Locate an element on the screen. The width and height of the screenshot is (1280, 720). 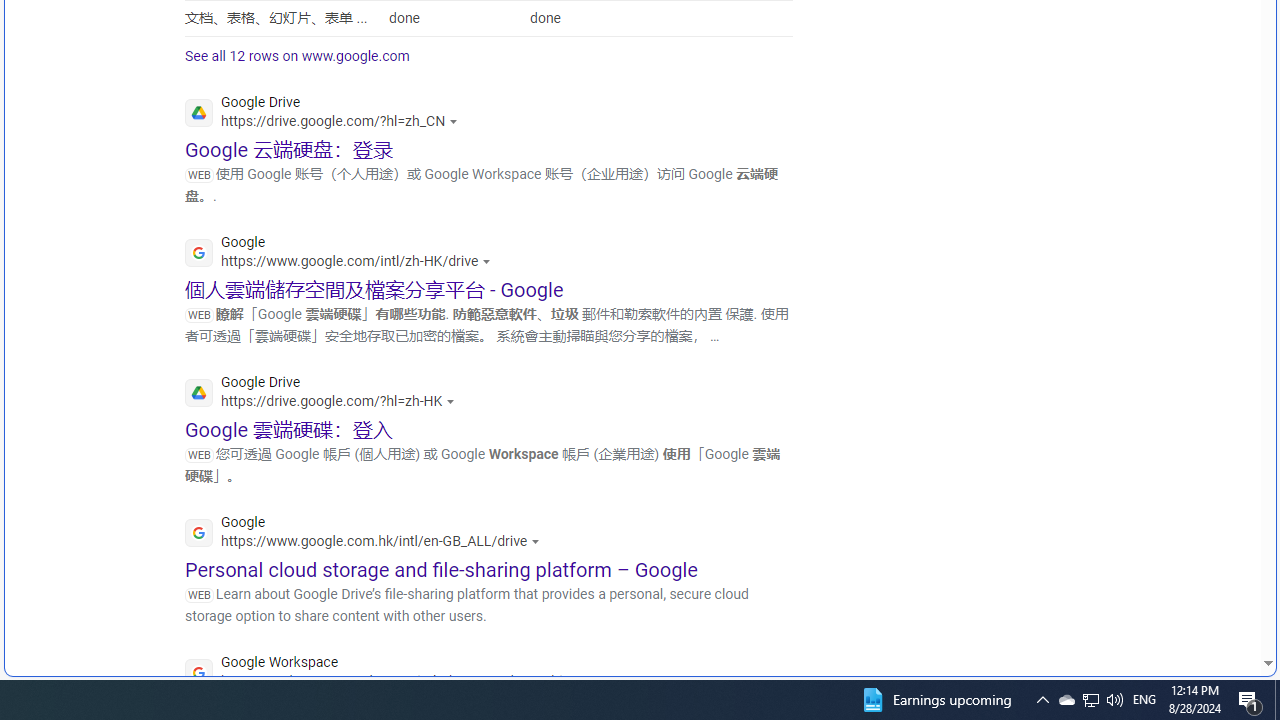
'Global web icon' is located at coordinates (199, 673).